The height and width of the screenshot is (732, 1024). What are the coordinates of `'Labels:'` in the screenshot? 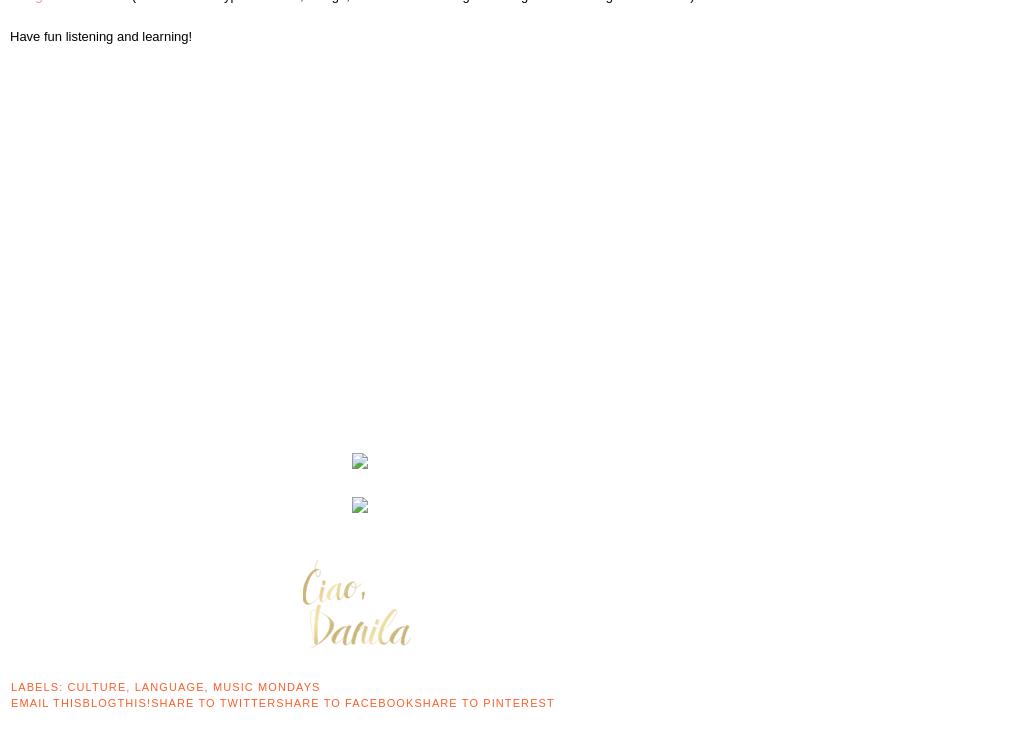 It's located at (39, 686).